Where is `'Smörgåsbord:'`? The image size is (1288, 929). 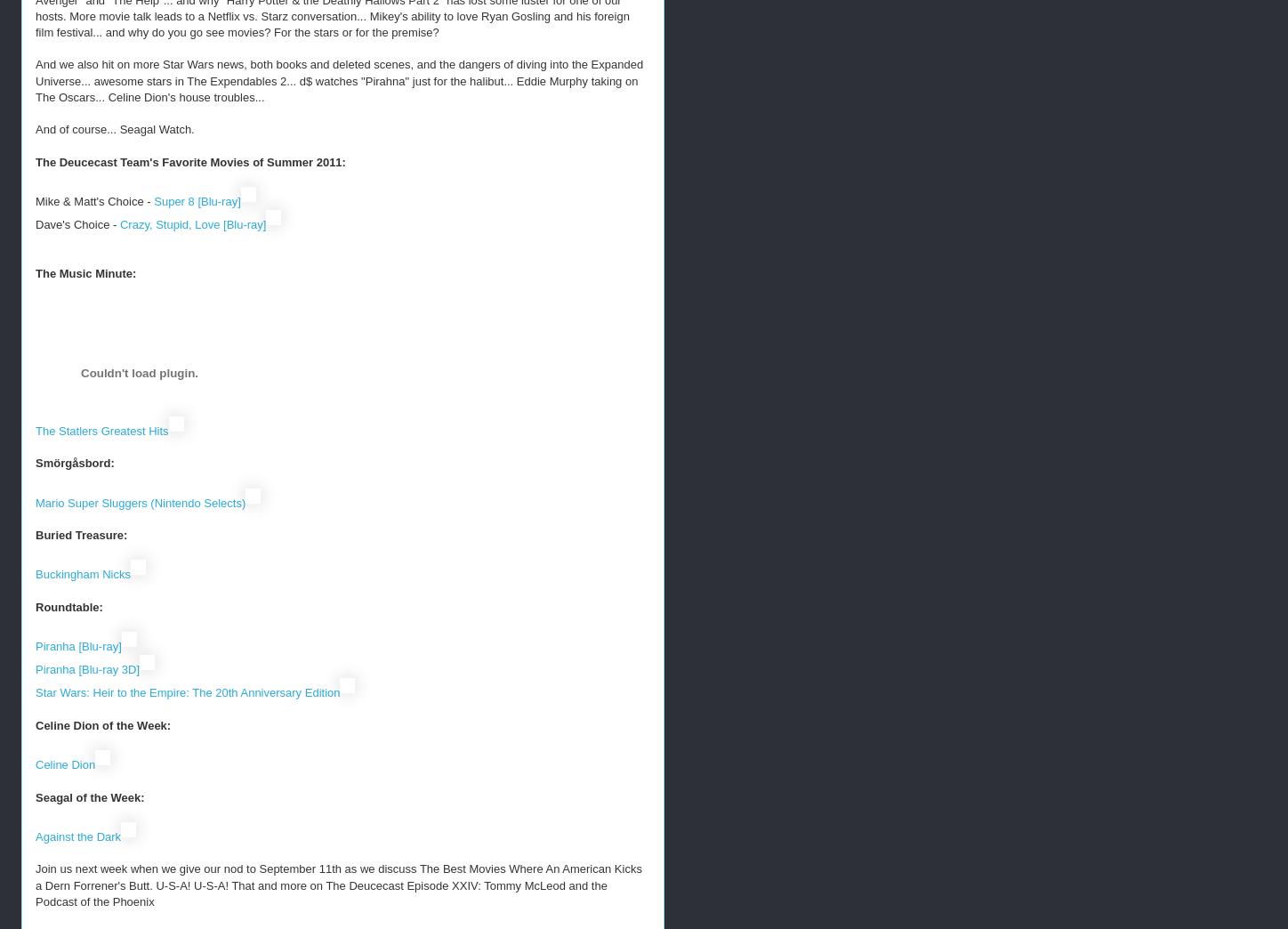 'Smörgåsbord:' is located at coordinates (74, 463).